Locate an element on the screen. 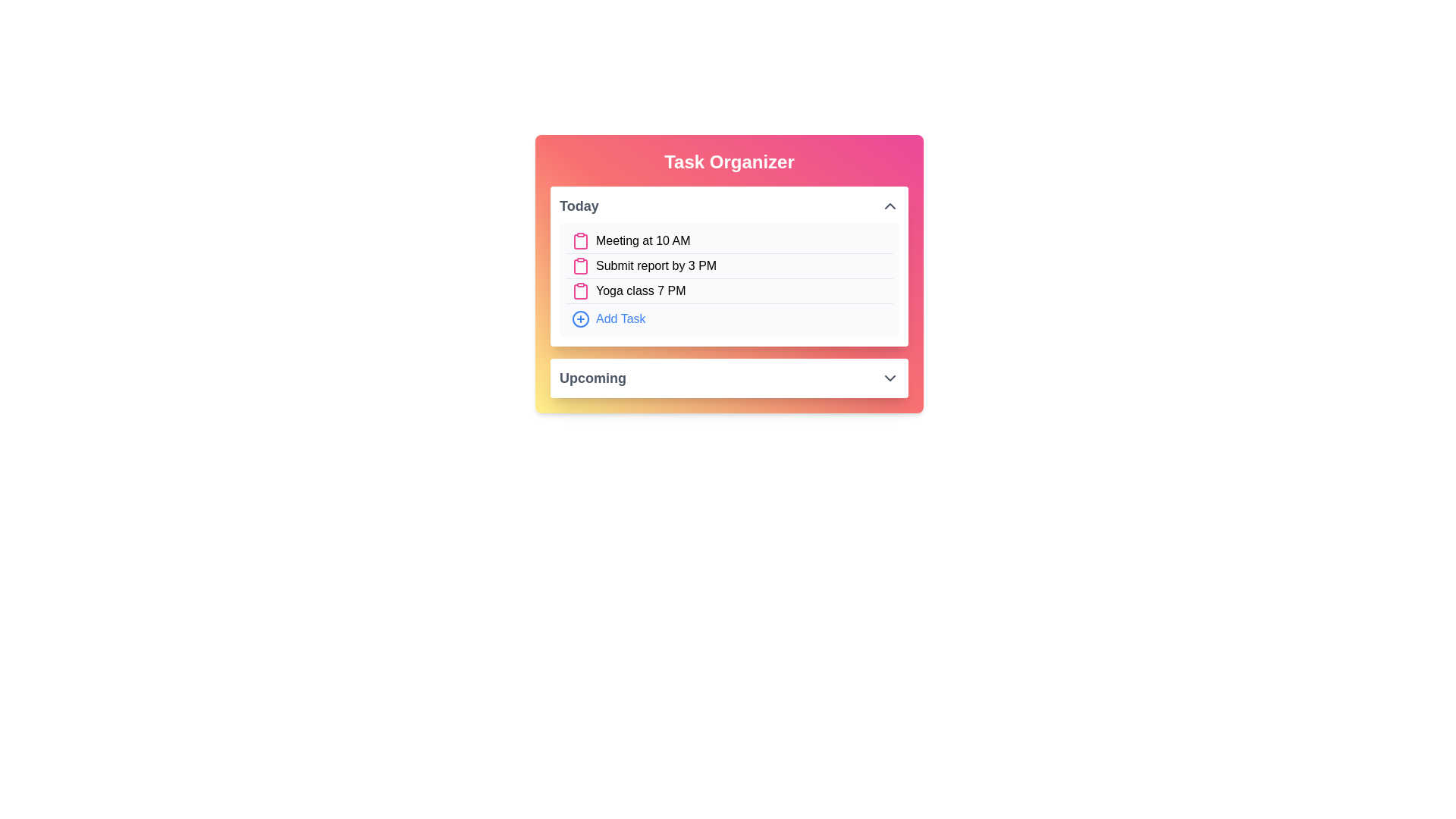  the clipboard icon with a bold pink outline located in the 'Yoga class 7 PM' task entry row in the 'Today' section of the task organizer is located at coordinates (580, 292).